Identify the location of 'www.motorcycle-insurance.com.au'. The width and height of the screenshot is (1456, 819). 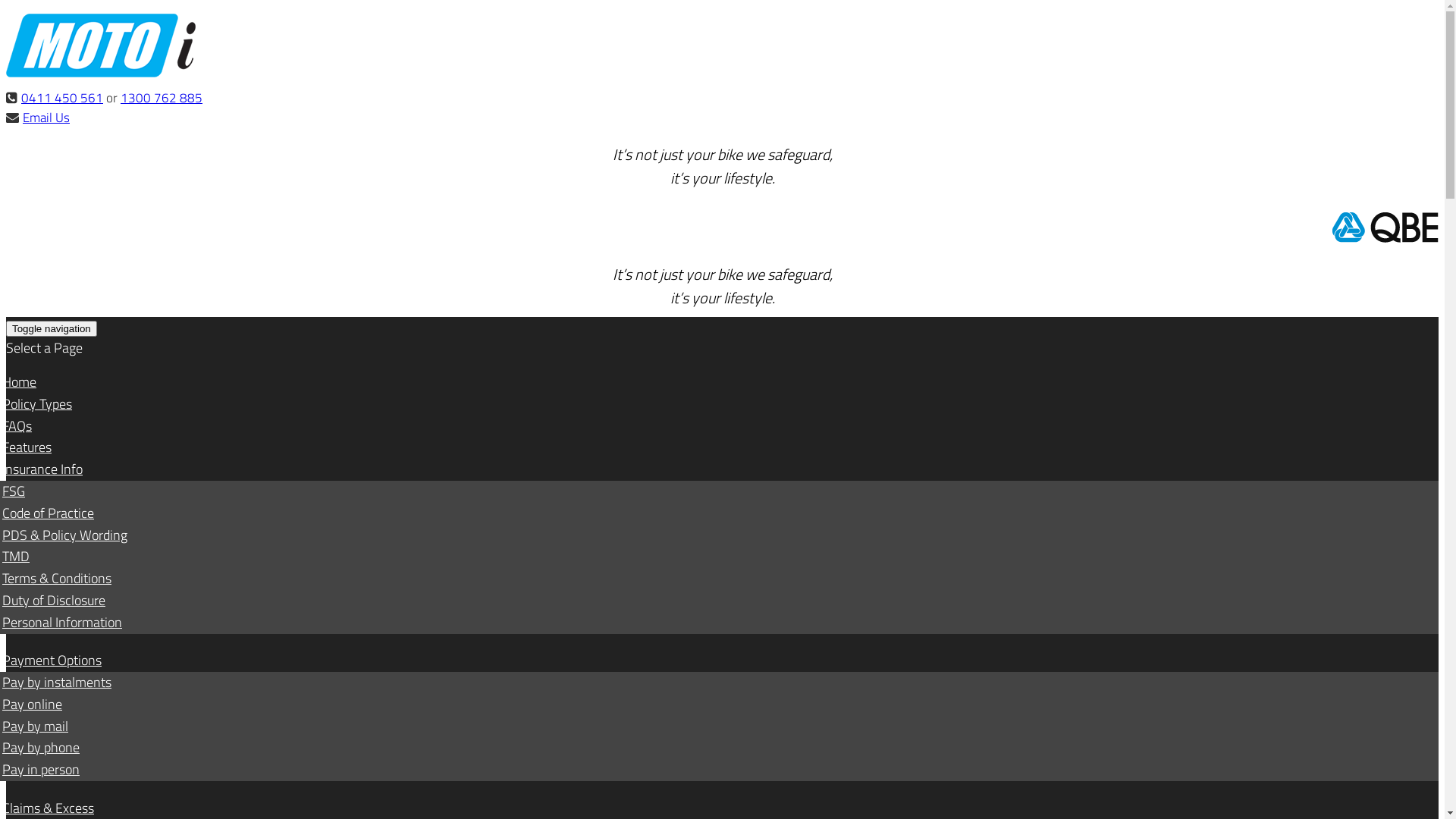
(6, 45).